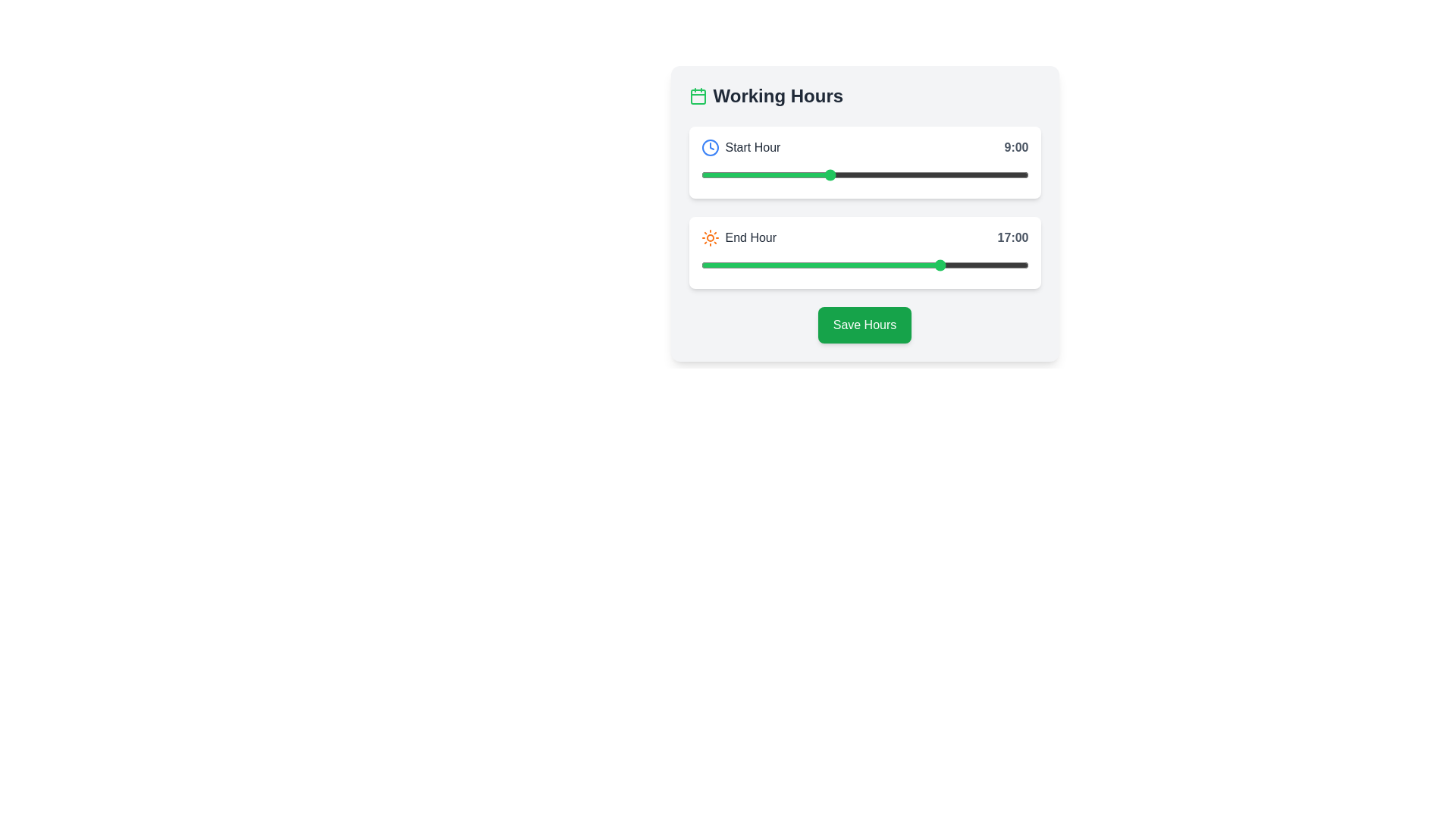 This screenshot has width=1456, height=819. I want to click on the end hour, so click(1014, 265).